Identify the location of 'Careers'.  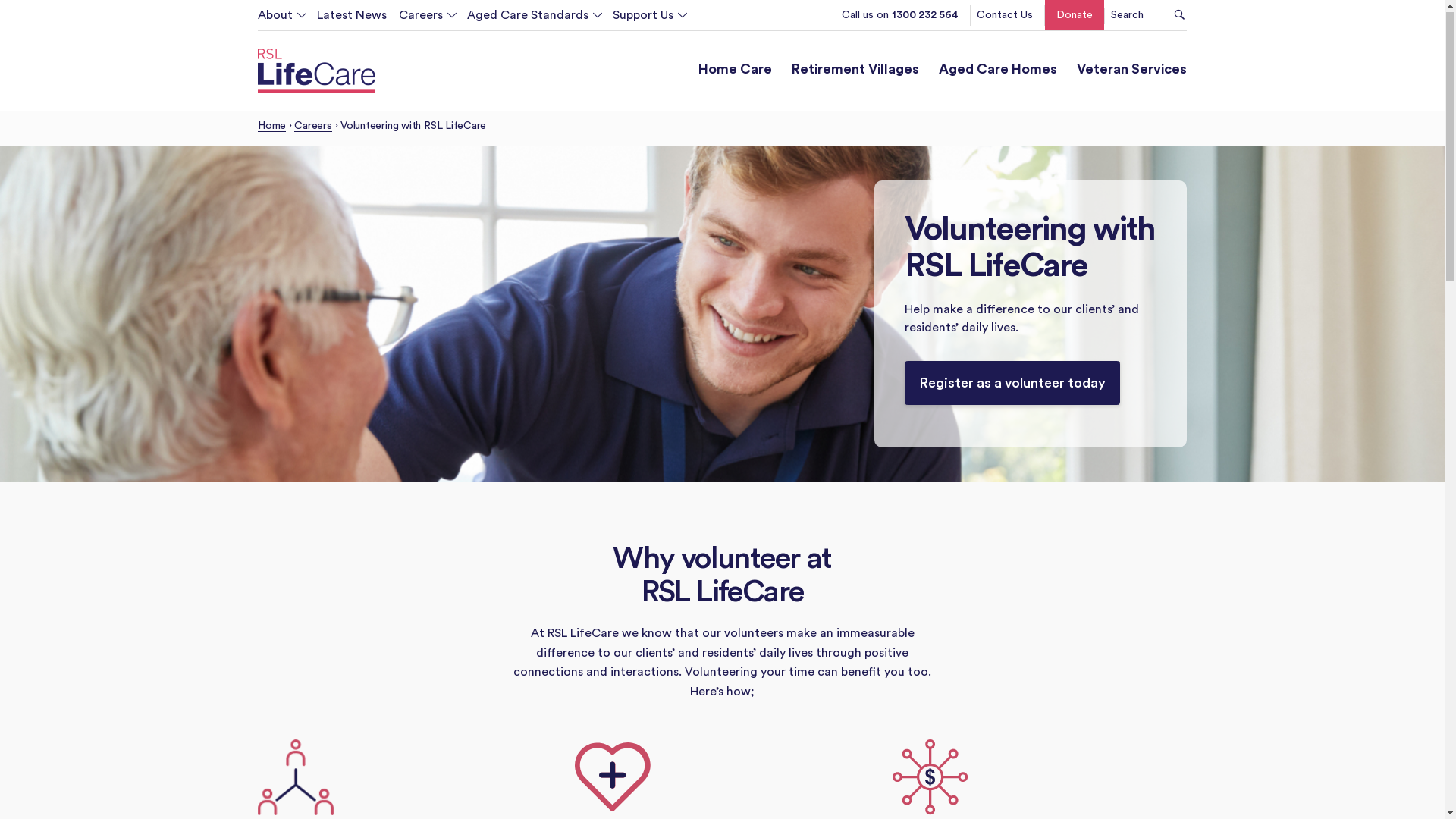
(312, 129).